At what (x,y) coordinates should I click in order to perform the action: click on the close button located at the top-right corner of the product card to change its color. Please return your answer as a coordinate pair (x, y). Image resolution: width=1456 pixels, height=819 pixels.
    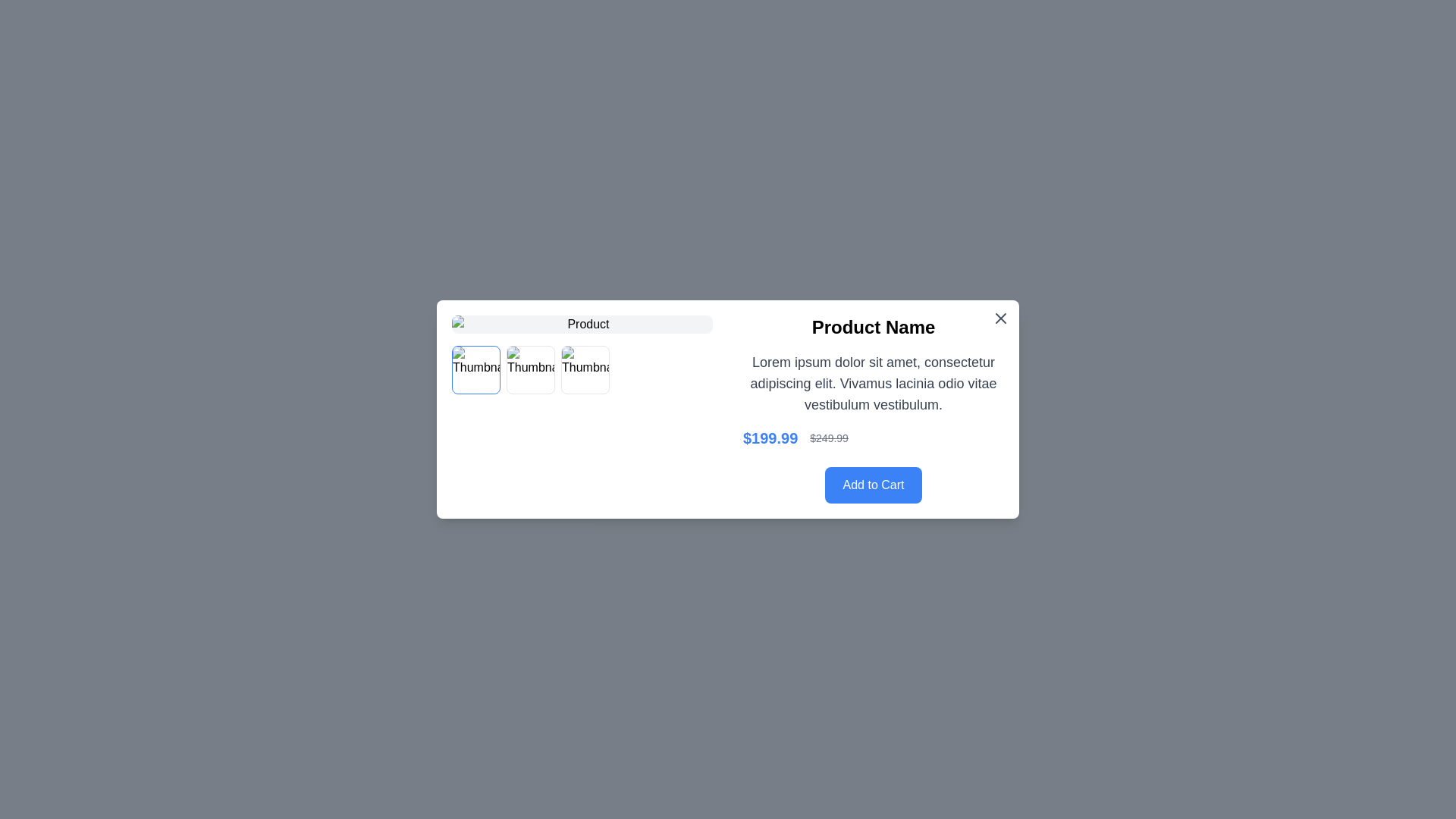
    Looking at the image, I should click on (1001, 318).